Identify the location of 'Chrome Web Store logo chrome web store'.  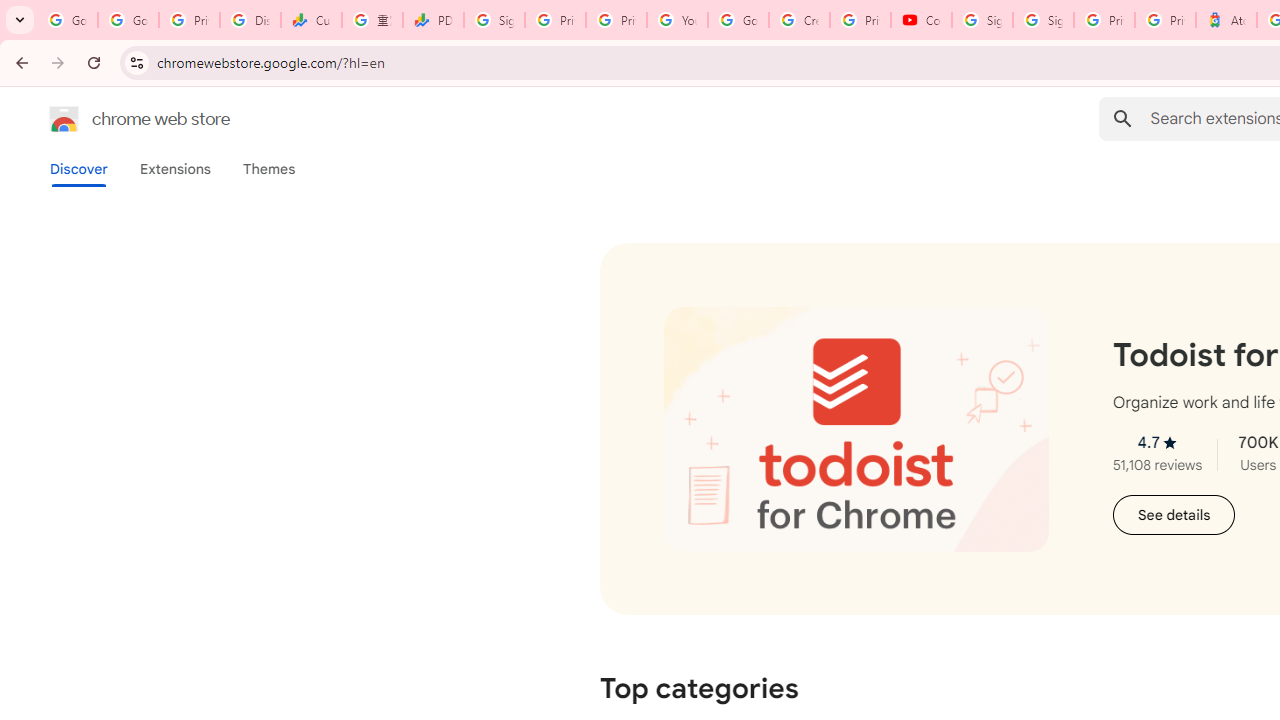
(118, 119).